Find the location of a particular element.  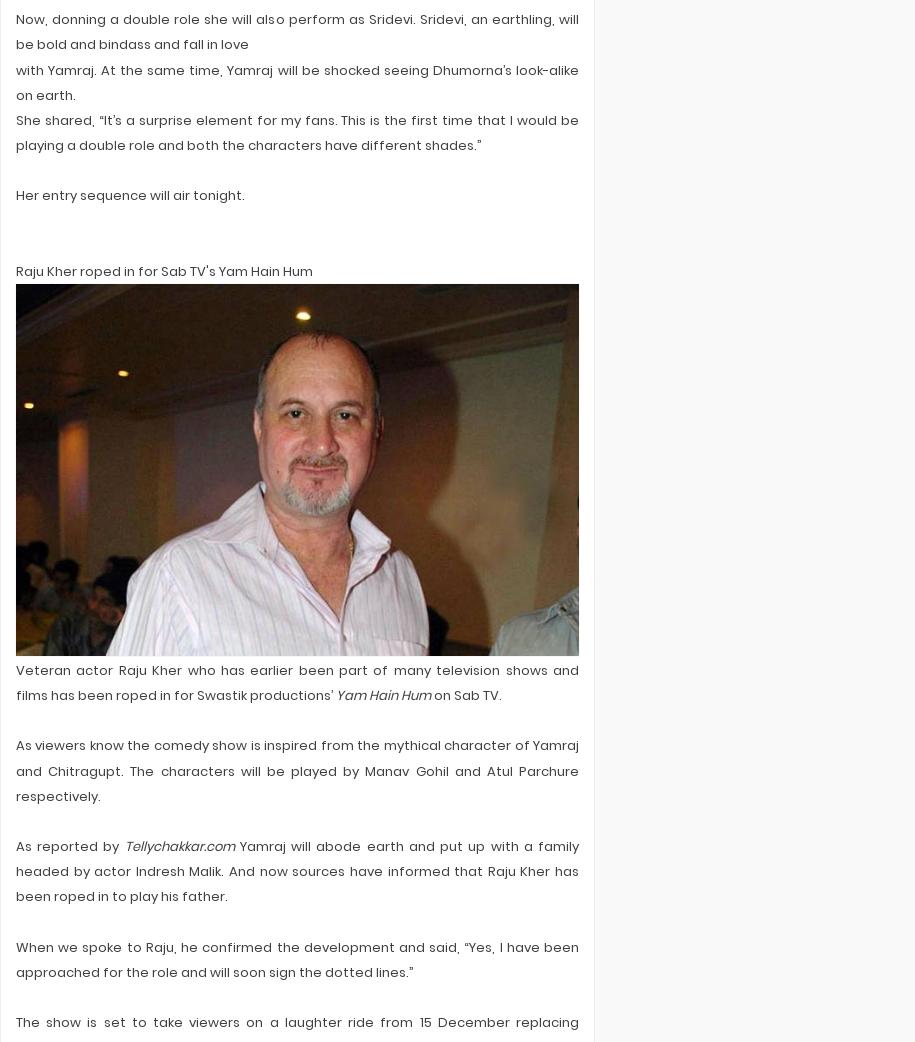

'on Sab TV.' is located at coordinates (465, 694).